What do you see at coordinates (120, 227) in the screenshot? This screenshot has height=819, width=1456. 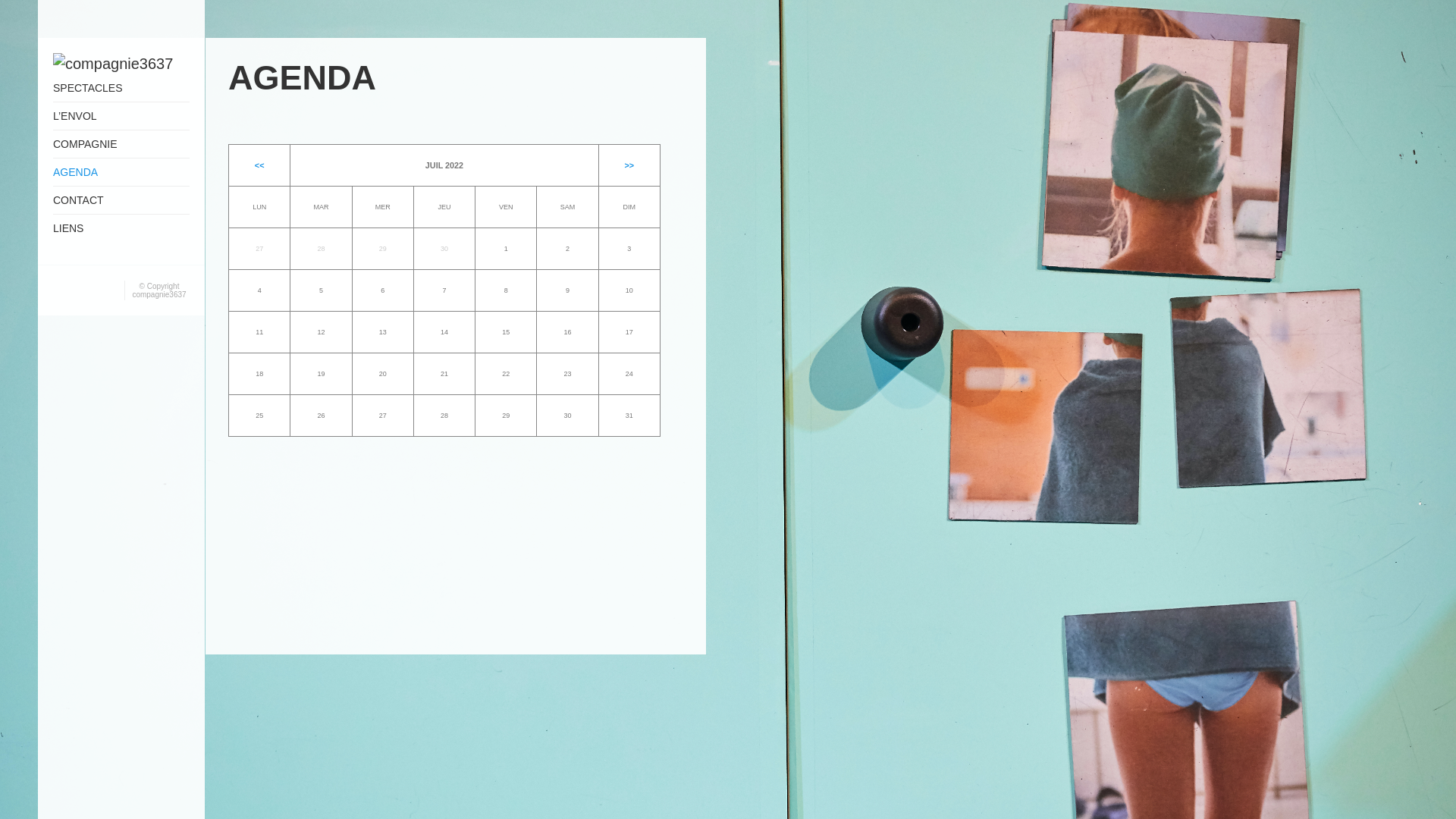 I see `'LIENS'` at bounding box center [120, 227].